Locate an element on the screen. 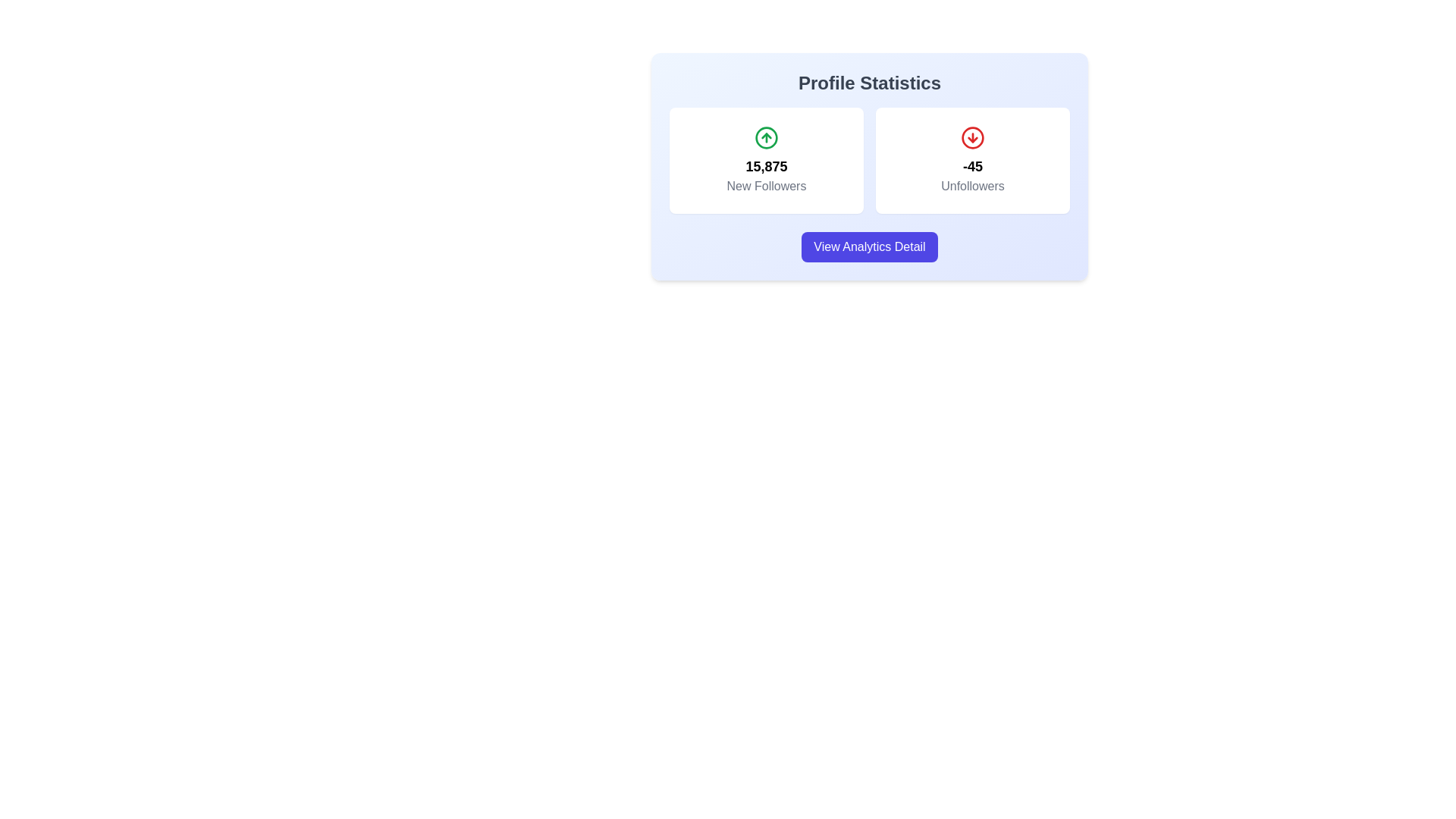 This screenshot has height=819, width=1456. statistical value displayed as '15,875' in bold black font within the card section, located in the upper left quadrant of the card, below an upward arrow icon and above the 'New Followers' label is located at coordinates (767, 166).